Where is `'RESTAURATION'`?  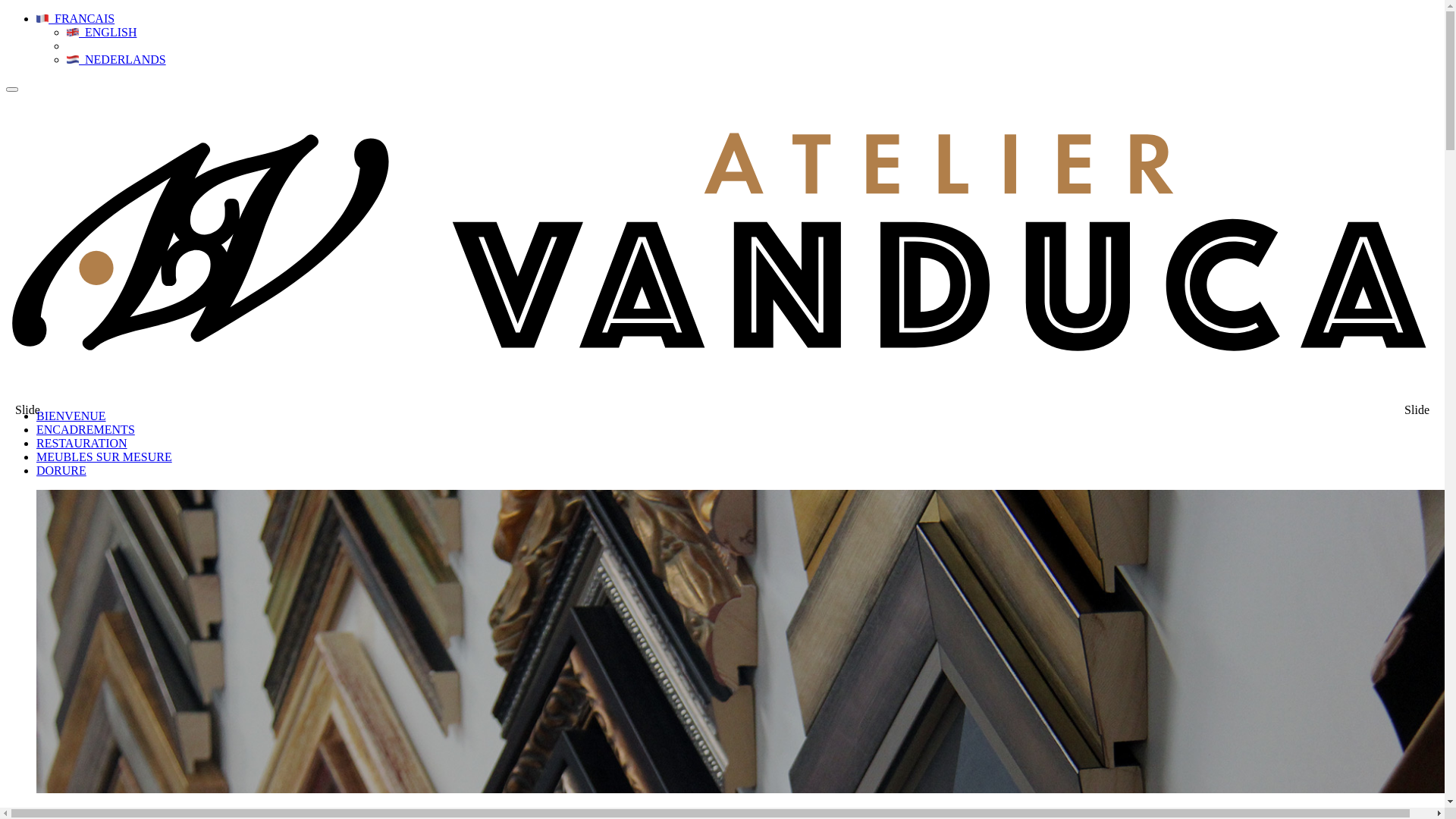 'RESTAURATION' is located at coordinates (36, 443).